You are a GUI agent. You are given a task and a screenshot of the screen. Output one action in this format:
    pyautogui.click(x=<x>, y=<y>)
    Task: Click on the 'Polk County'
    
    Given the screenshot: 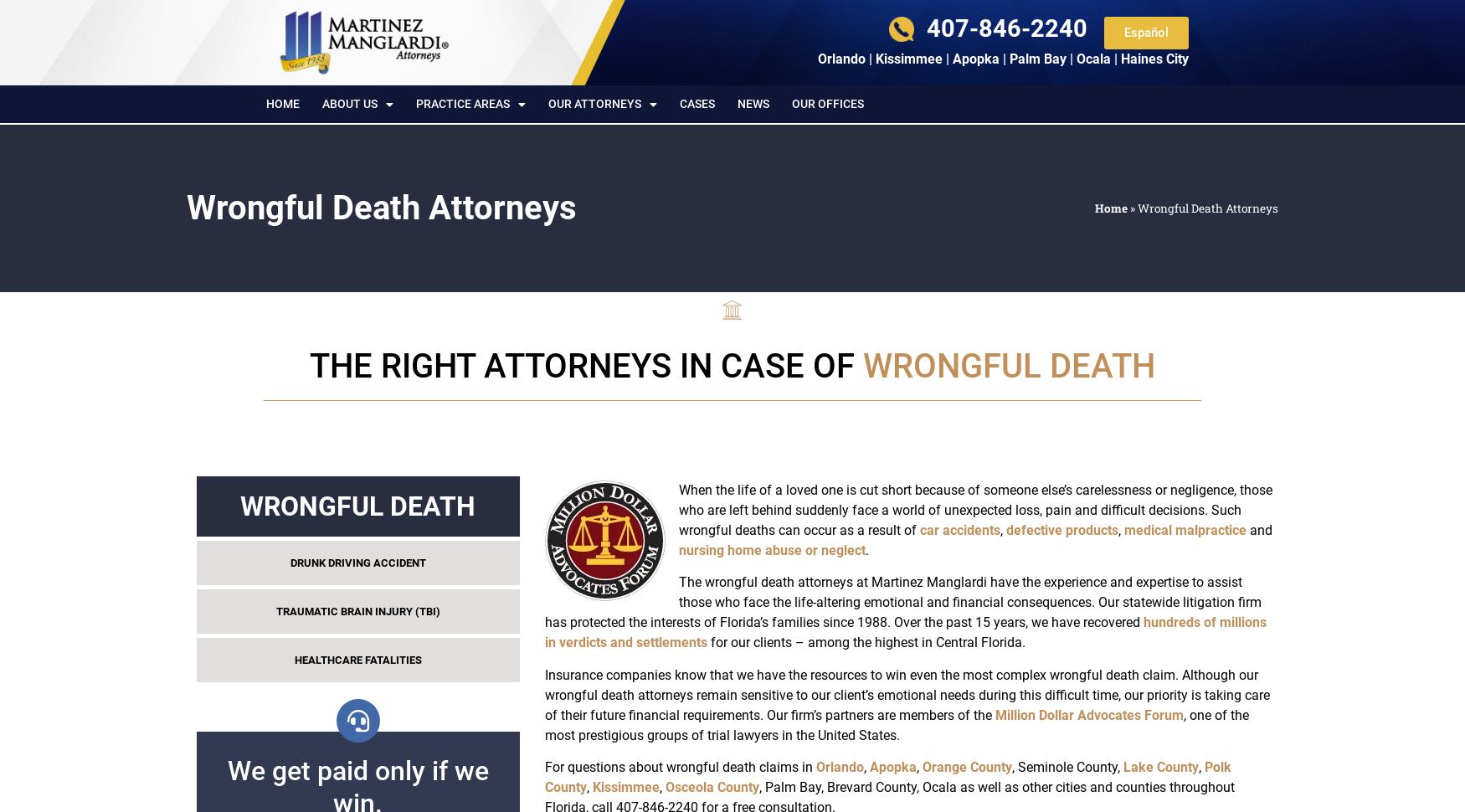 What is the action you would take?
    pyautogui.click(x=542, y=775)
    